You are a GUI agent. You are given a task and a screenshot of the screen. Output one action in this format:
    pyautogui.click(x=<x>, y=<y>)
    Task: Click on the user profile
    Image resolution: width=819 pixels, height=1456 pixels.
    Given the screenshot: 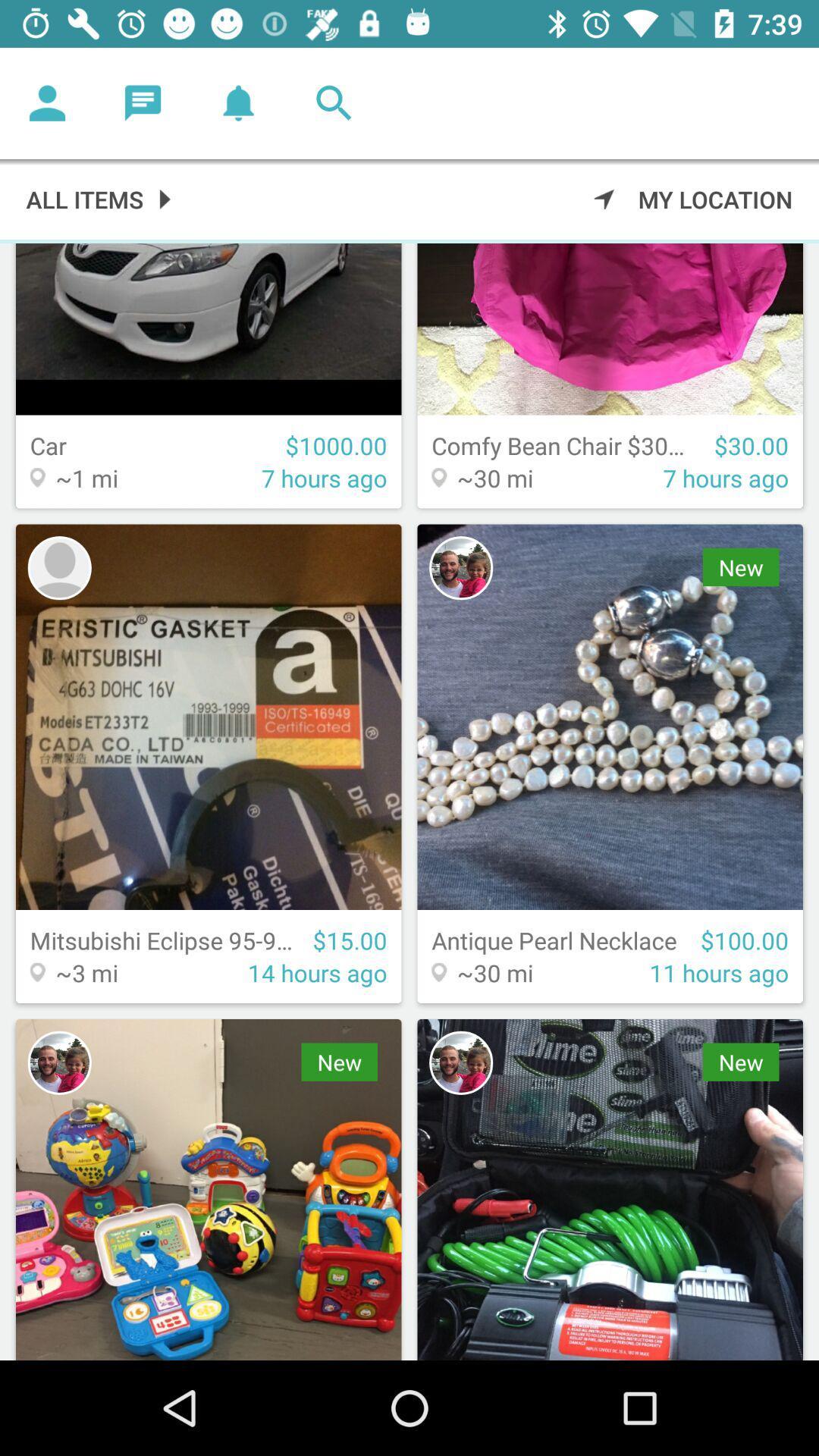 What is the action you would take?
    pyautogui.click(x=58, y=567)
    